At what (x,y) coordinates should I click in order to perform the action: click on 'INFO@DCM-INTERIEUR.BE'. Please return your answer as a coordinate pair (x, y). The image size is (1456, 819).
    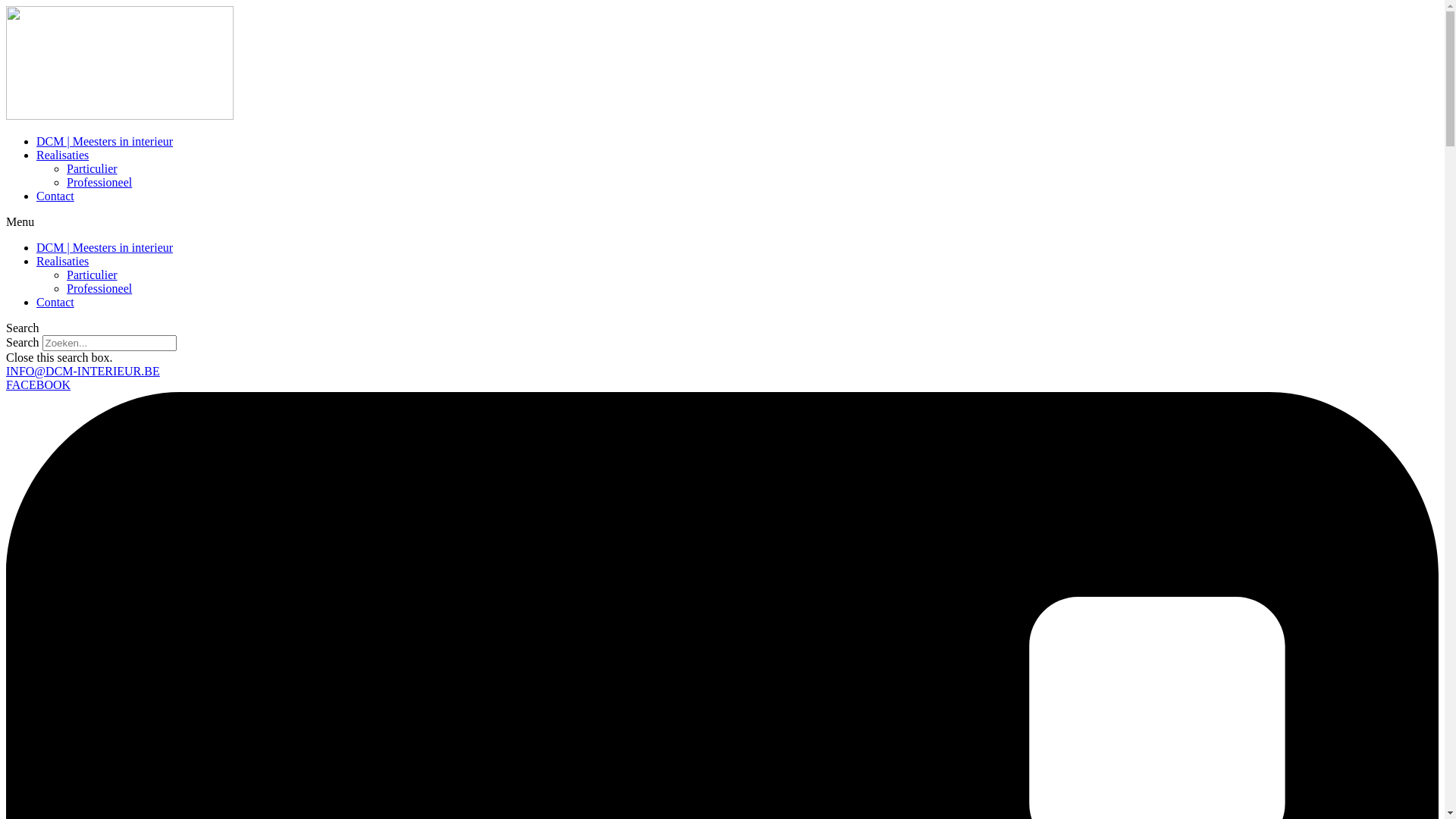
    Looking at the image, I should click on (82, 371).